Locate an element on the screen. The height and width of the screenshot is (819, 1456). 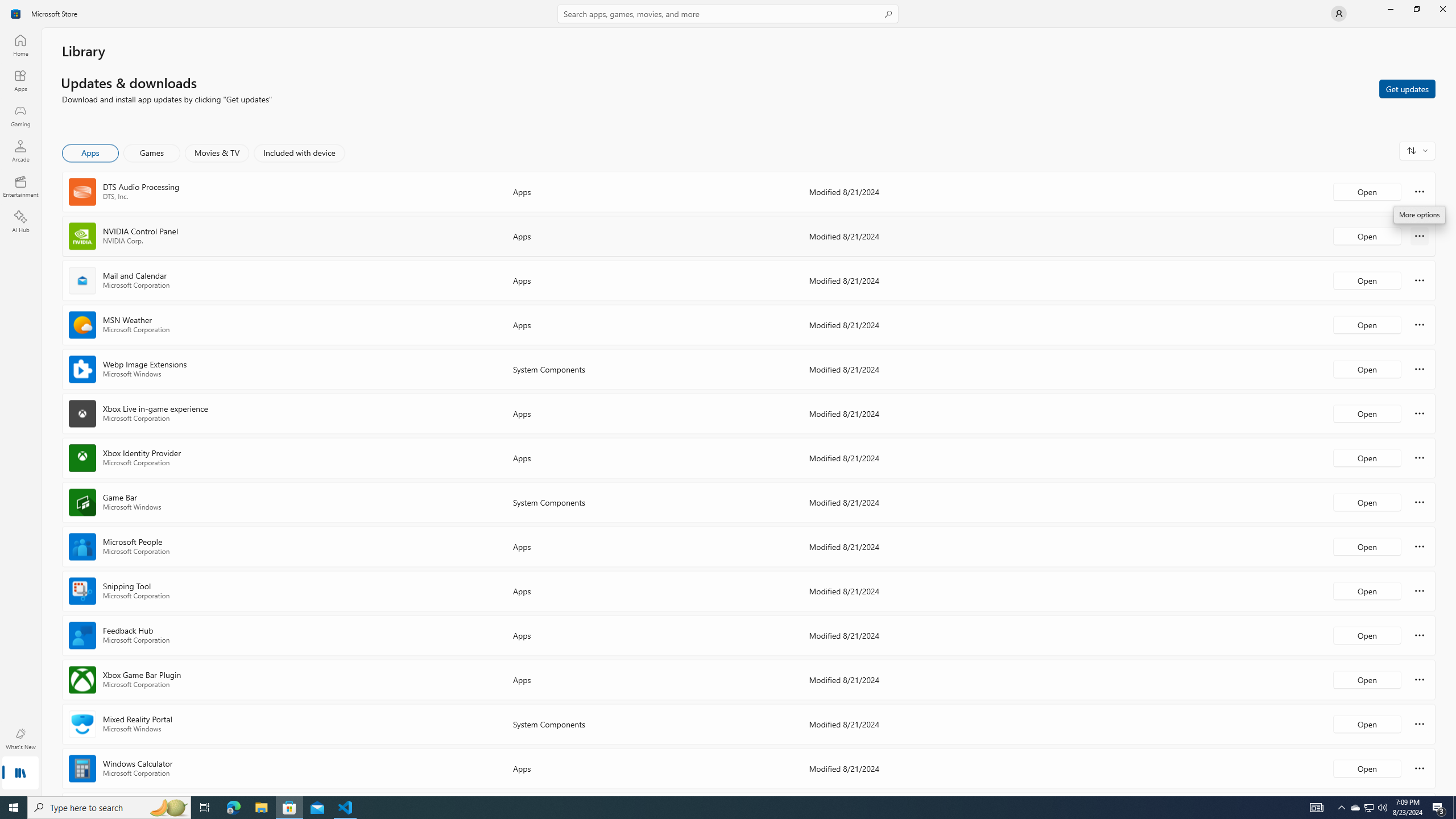
'Apps' is located at coordinates (19, 80).